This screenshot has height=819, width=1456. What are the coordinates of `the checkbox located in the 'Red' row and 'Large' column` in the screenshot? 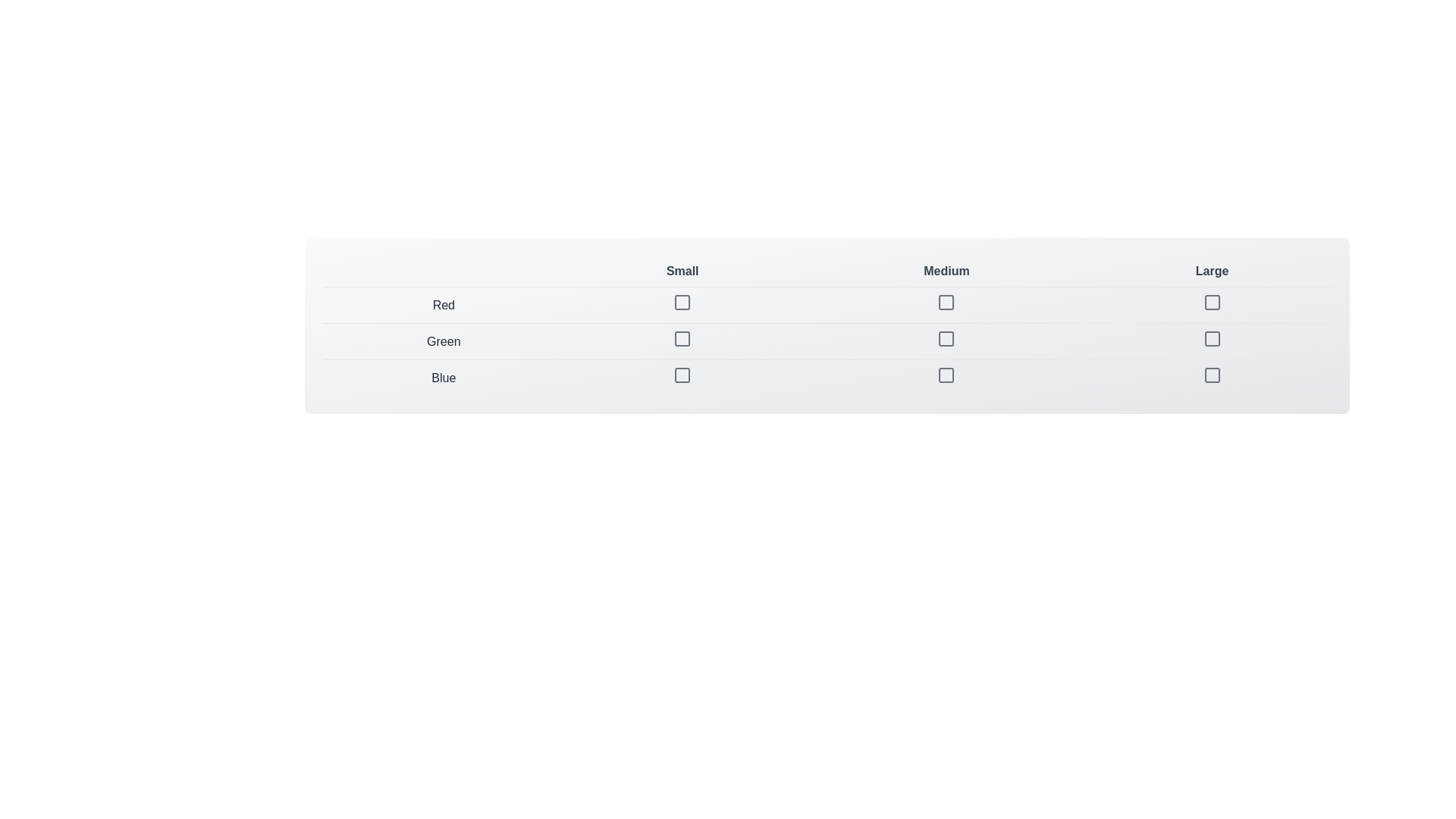 It's located at (1211, 305).